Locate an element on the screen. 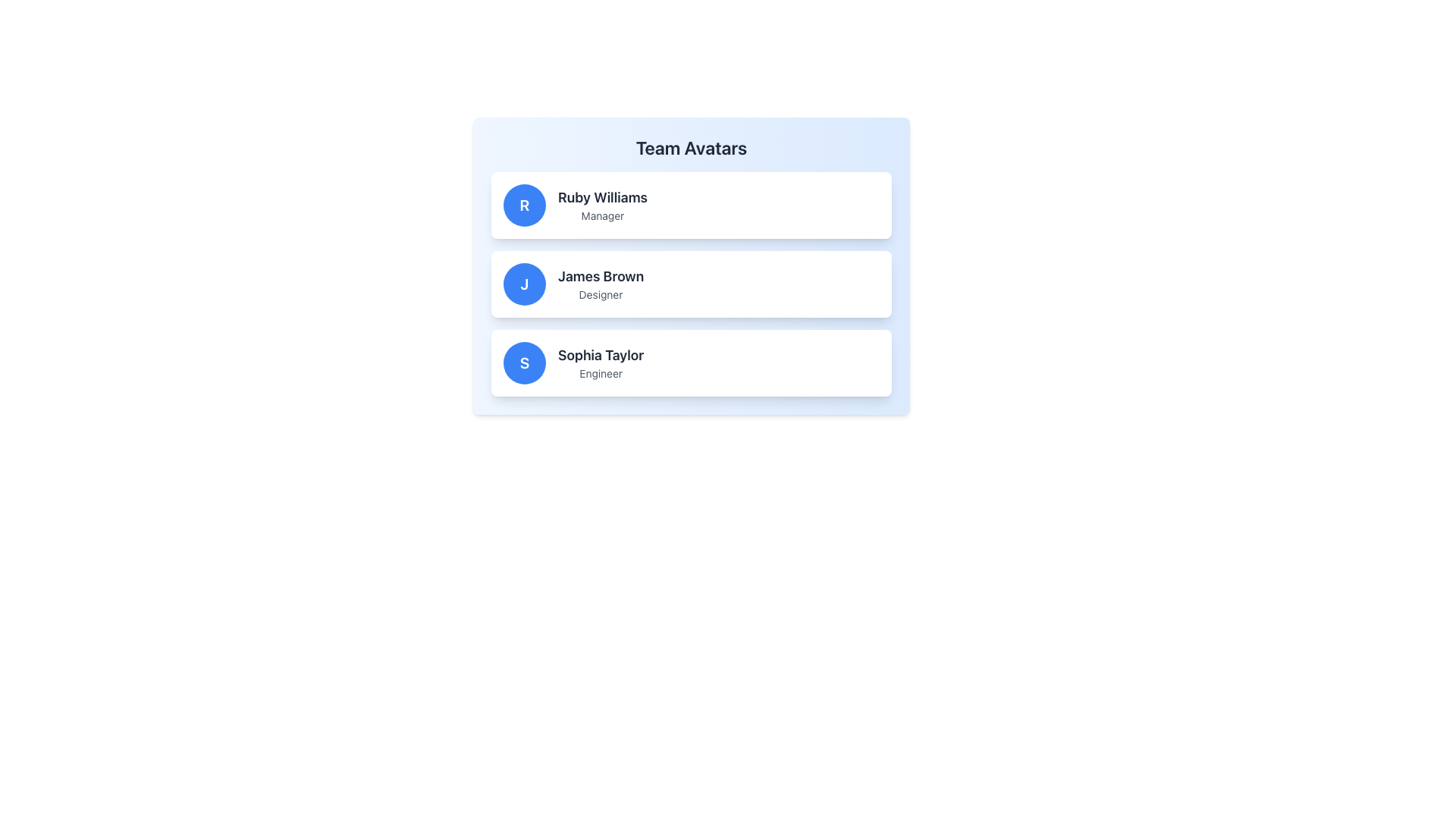 The width and height of the screenshot is (1456, 819). the User Profile Card for 'Sophia Taylor', which features a blue circular avatar with the letter 'S', a bold title in black, and a subtitle in gray is located at coordinates (691, 362).